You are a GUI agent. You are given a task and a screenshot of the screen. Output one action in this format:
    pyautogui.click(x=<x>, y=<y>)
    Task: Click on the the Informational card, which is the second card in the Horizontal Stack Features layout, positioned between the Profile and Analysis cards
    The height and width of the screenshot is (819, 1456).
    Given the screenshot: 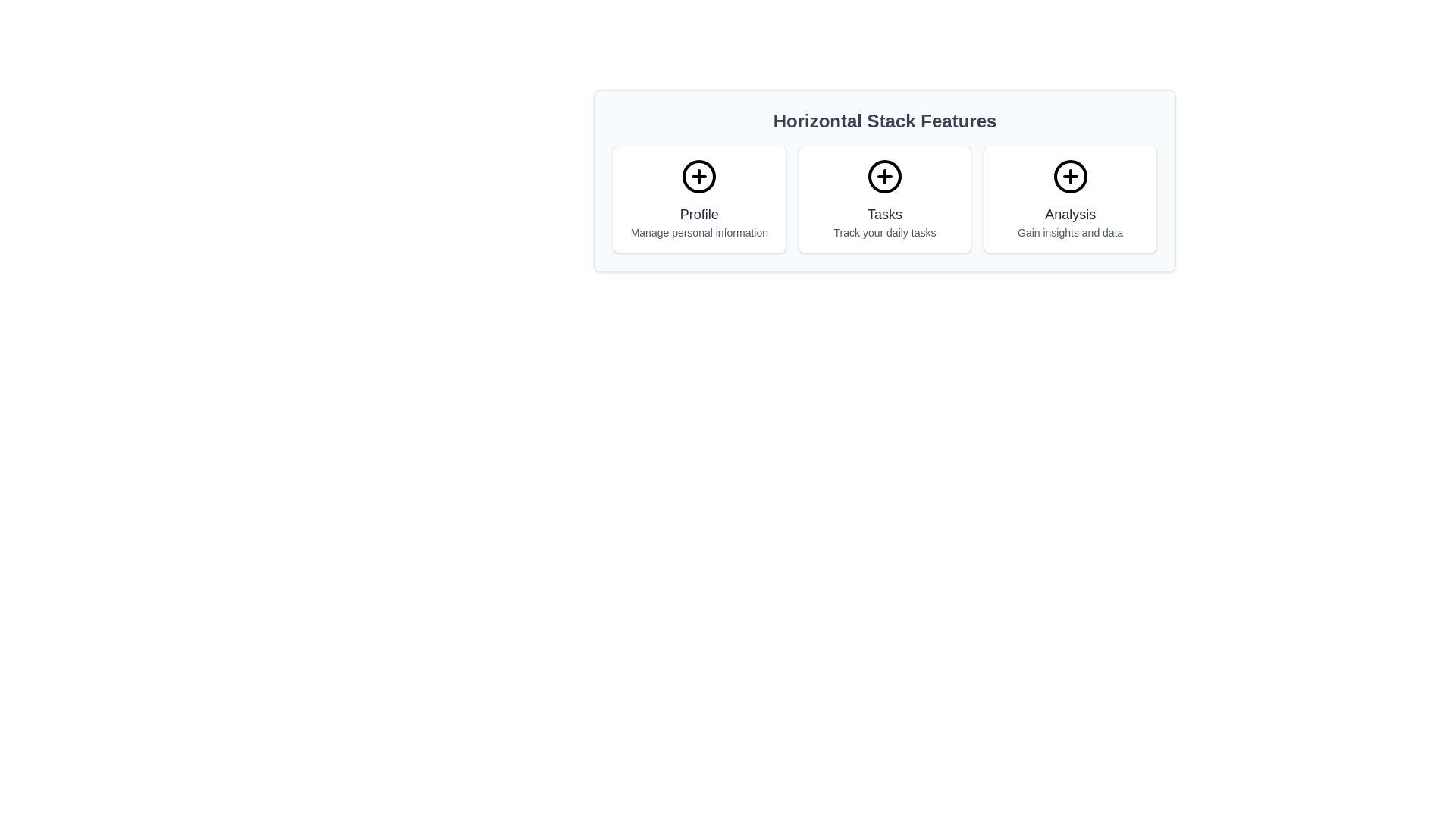 What is the action you would take?
    pyautogui.click(x=884, y=198)
    